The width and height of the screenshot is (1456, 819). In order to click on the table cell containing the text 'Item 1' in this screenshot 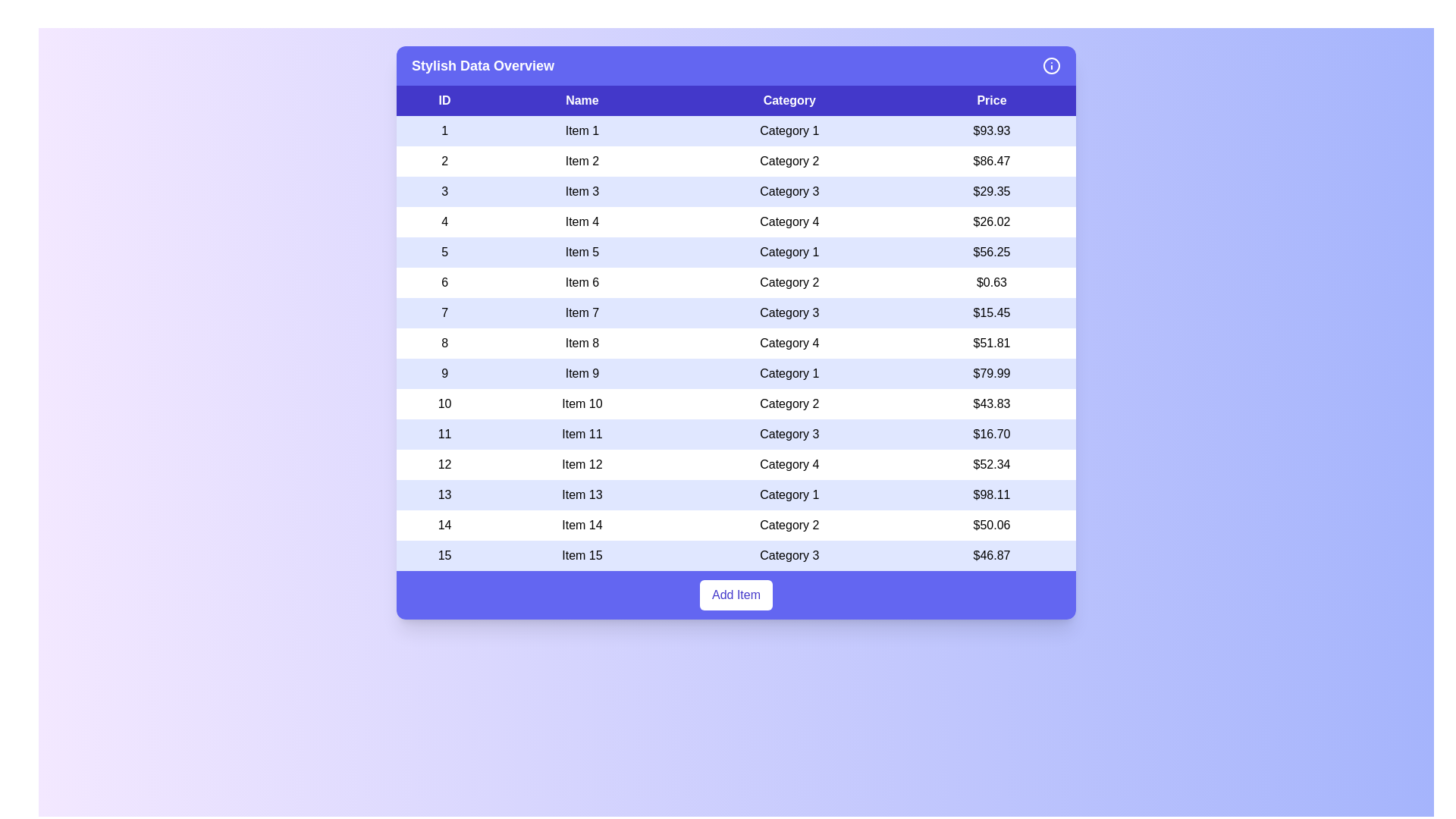, I will do `click(581, 130)`.